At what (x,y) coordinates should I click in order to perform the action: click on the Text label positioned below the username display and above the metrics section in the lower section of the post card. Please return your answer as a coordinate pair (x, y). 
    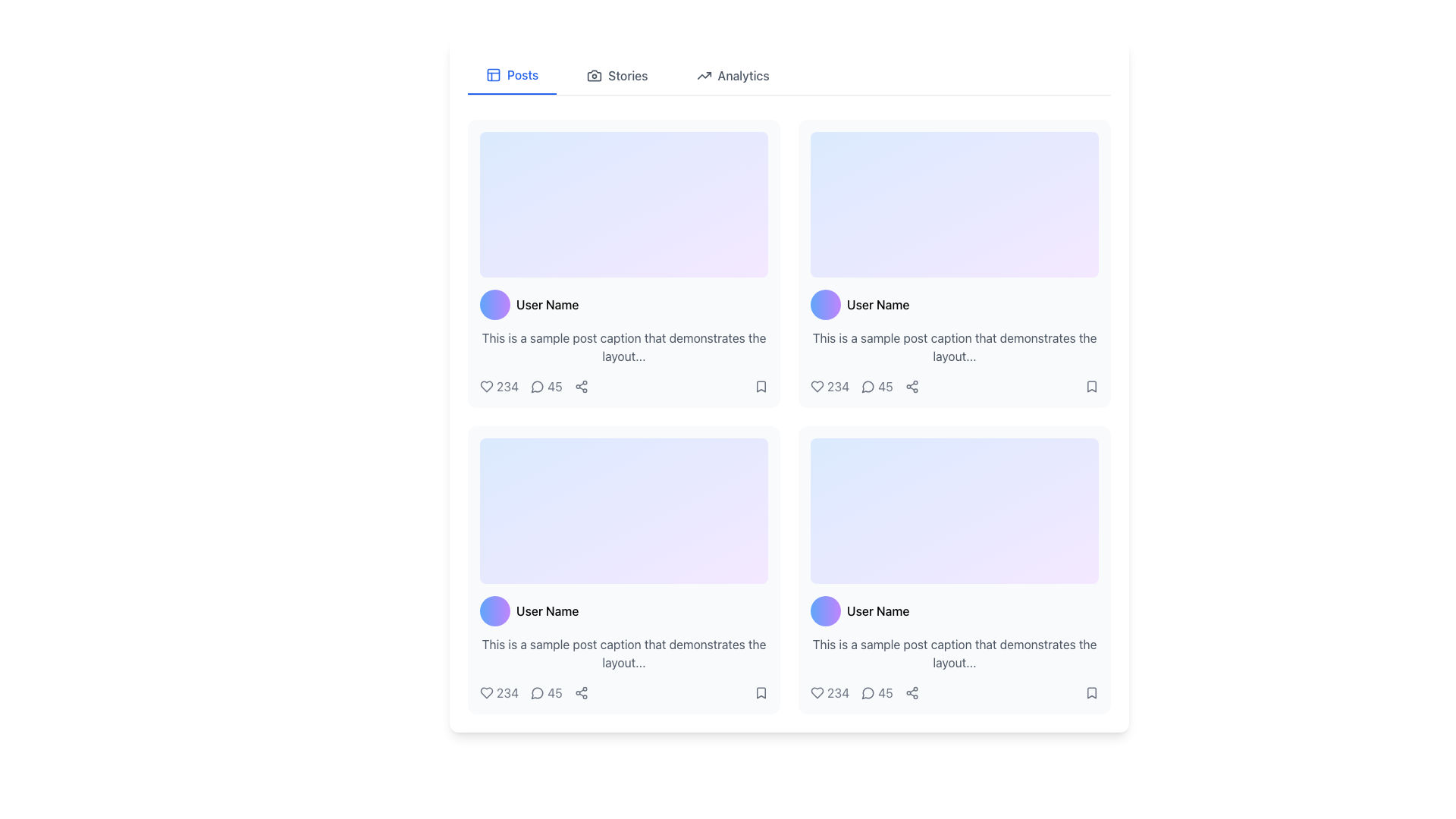
    Looking at the image, I should click on (623, 652).